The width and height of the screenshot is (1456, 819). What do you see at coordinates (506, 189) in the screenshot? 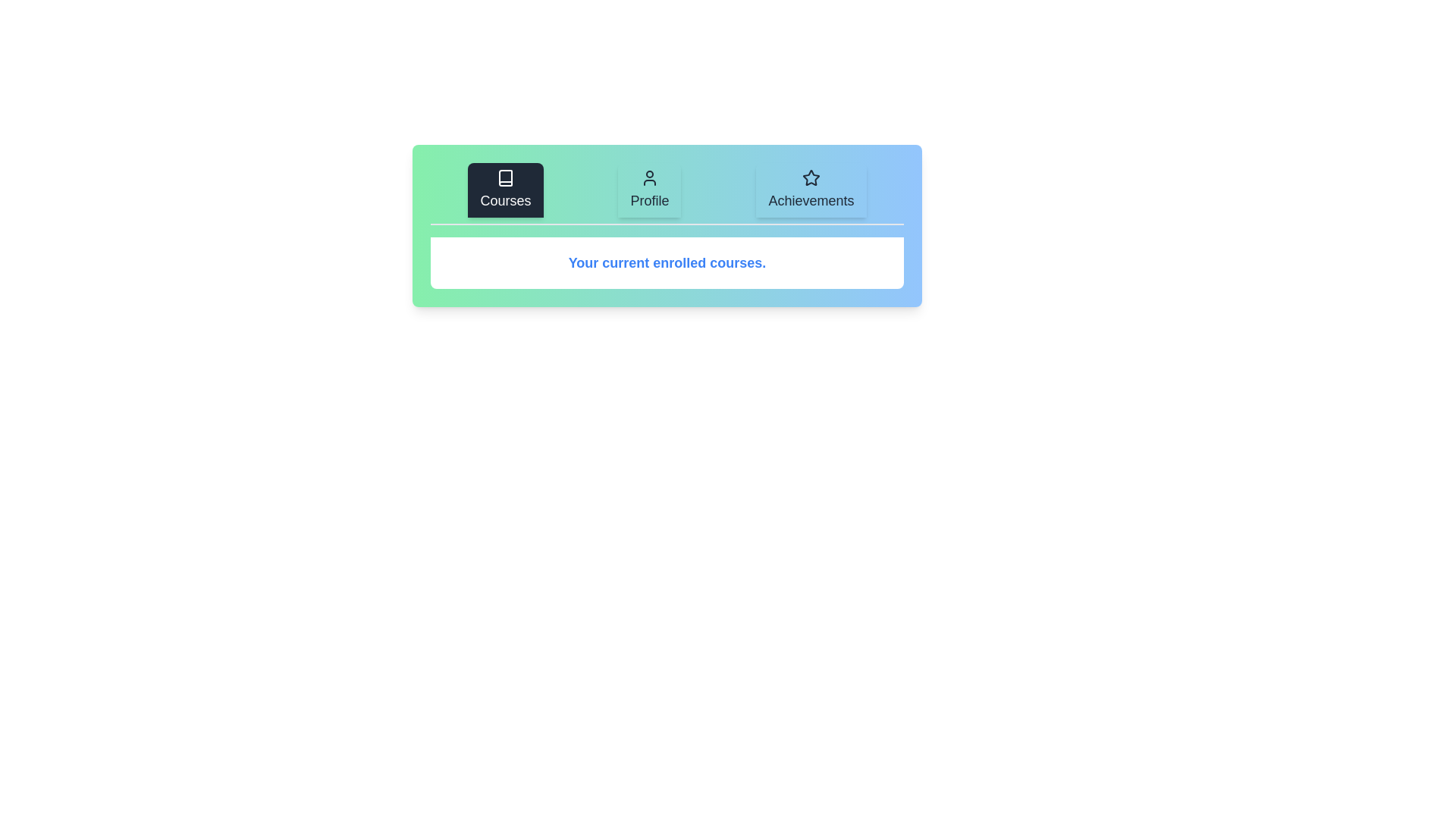
I see `the Courses tab to view its content` at bounding box center [506, 189].